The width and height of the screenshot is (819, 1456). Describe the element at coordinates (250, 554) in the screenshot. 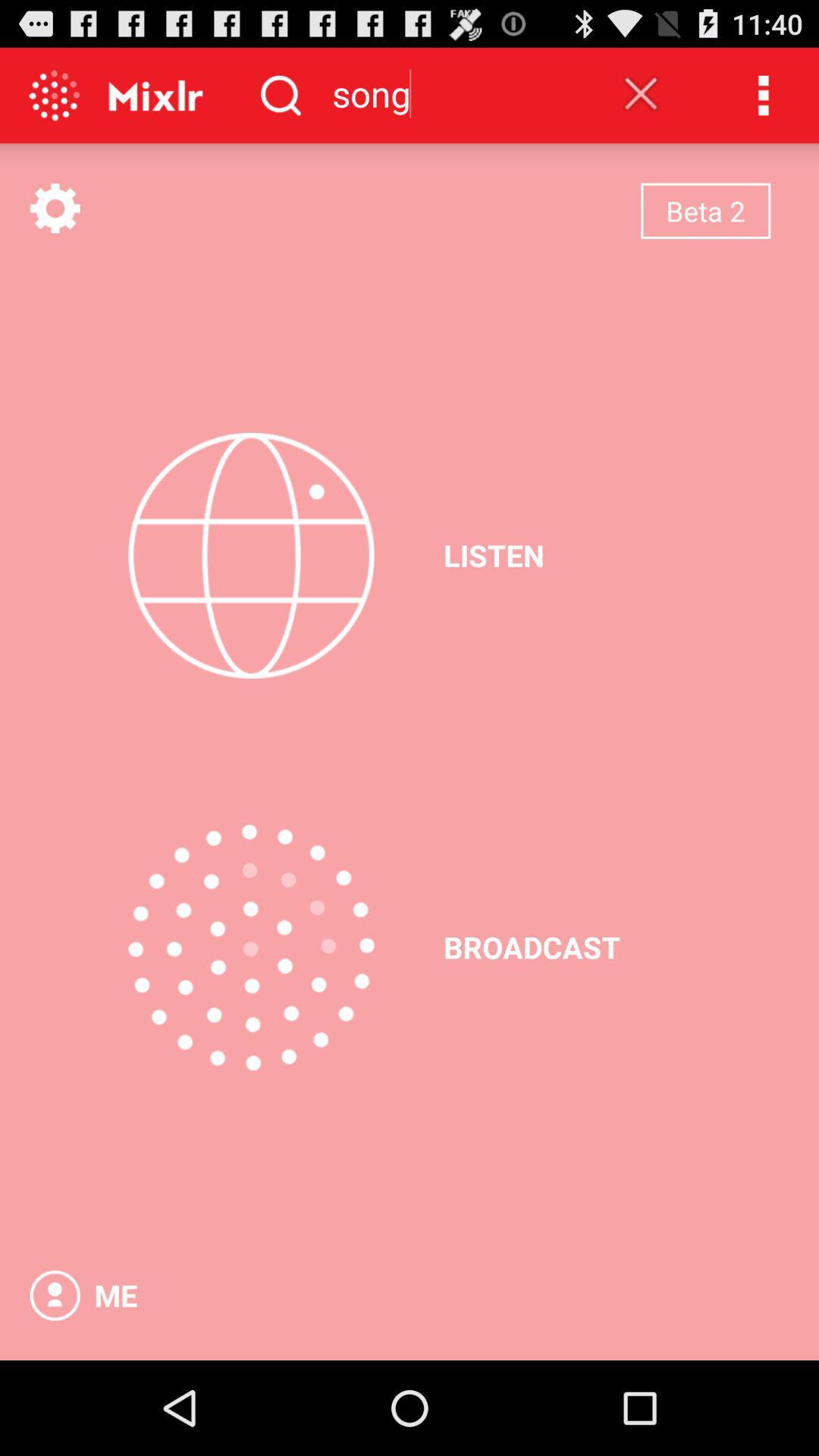

I see `please press the first button to listen to the song` at that location.